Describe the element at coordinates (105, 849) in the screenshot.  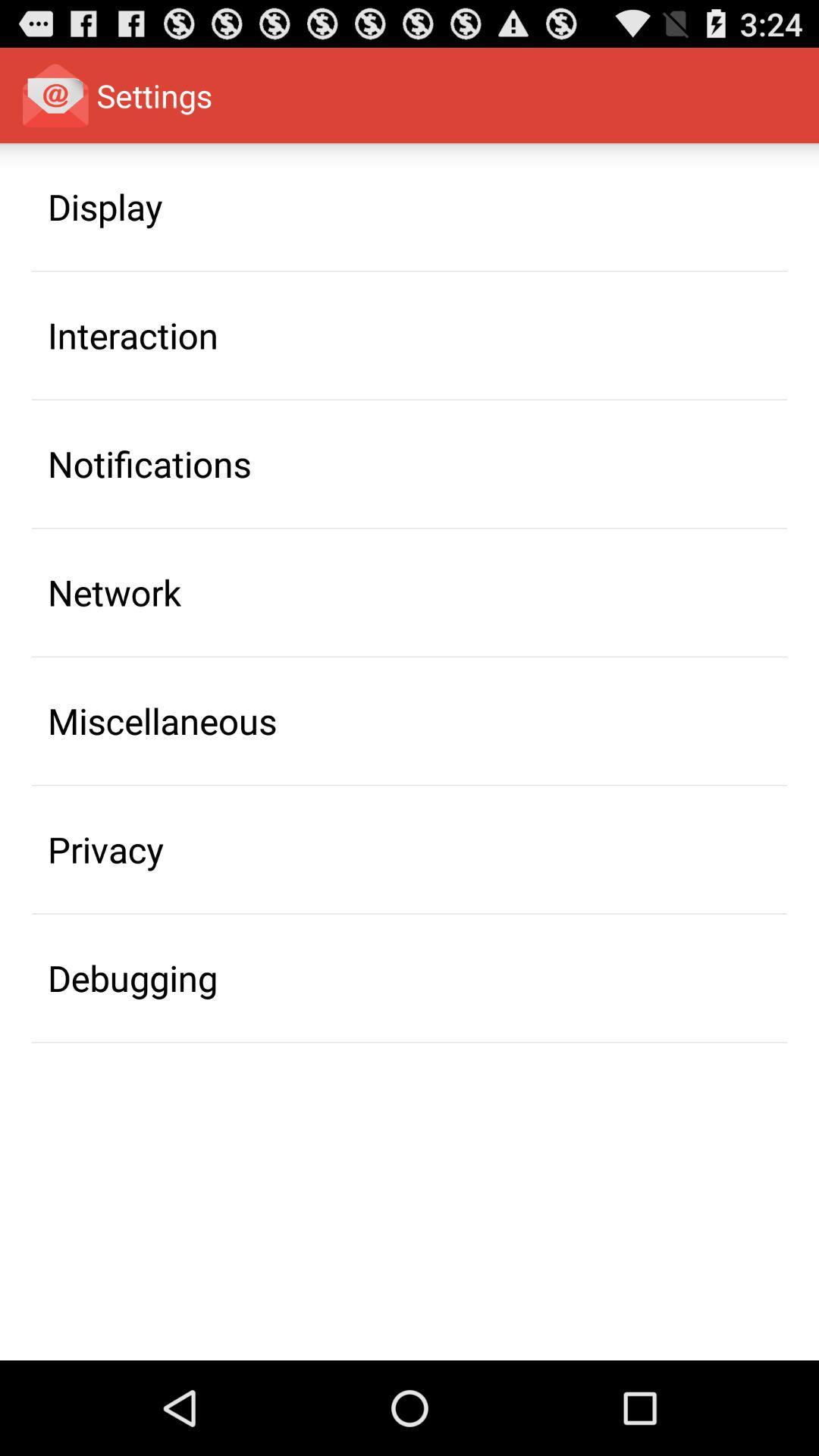
I see `the app above the debugging icon` at that location.